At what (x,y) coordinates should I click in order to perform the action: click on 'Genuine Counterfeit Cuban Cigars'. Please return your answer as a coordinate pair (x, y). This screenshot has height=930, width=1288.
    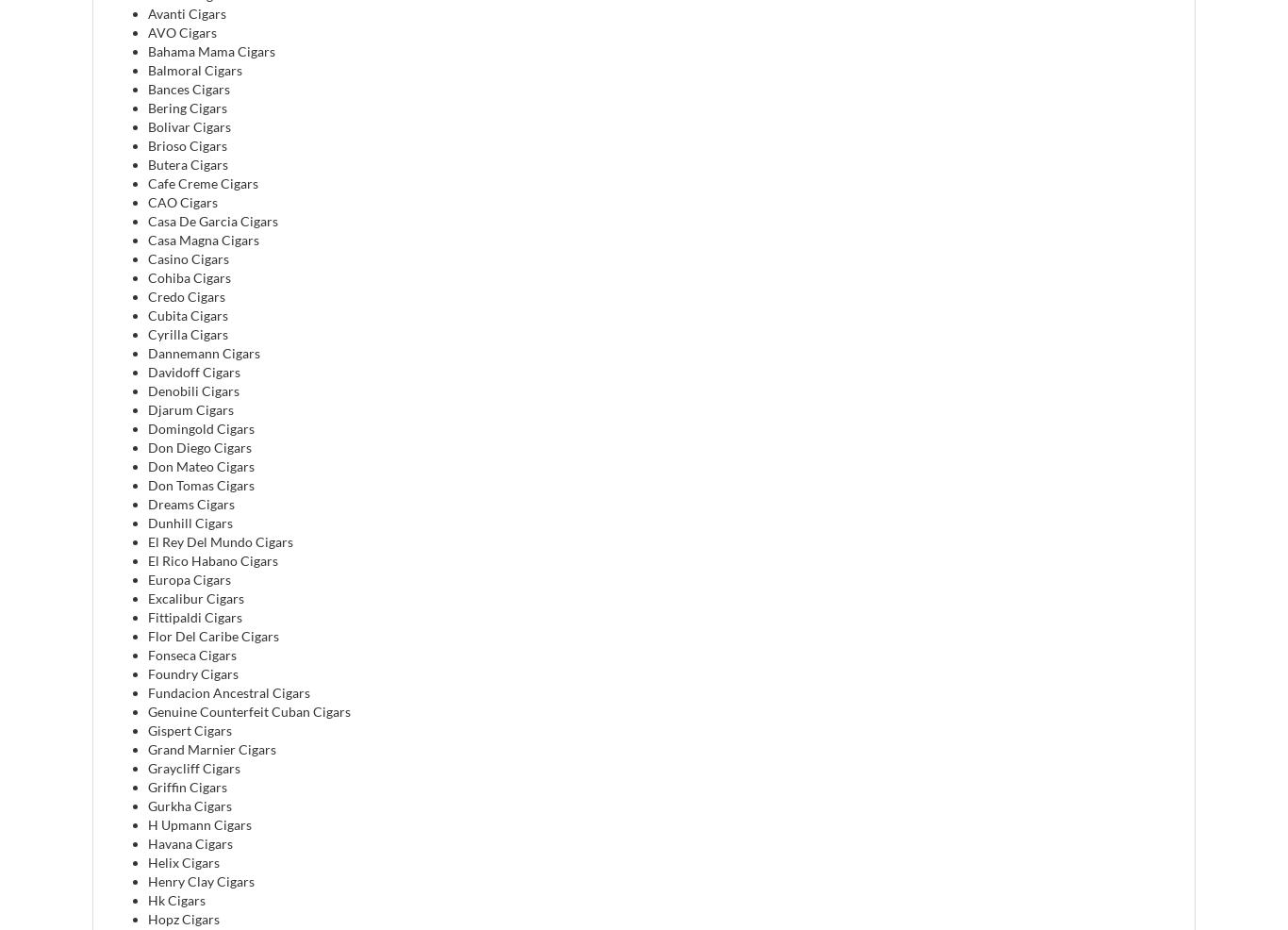
    Looking at the image, I should click on (249, 710).